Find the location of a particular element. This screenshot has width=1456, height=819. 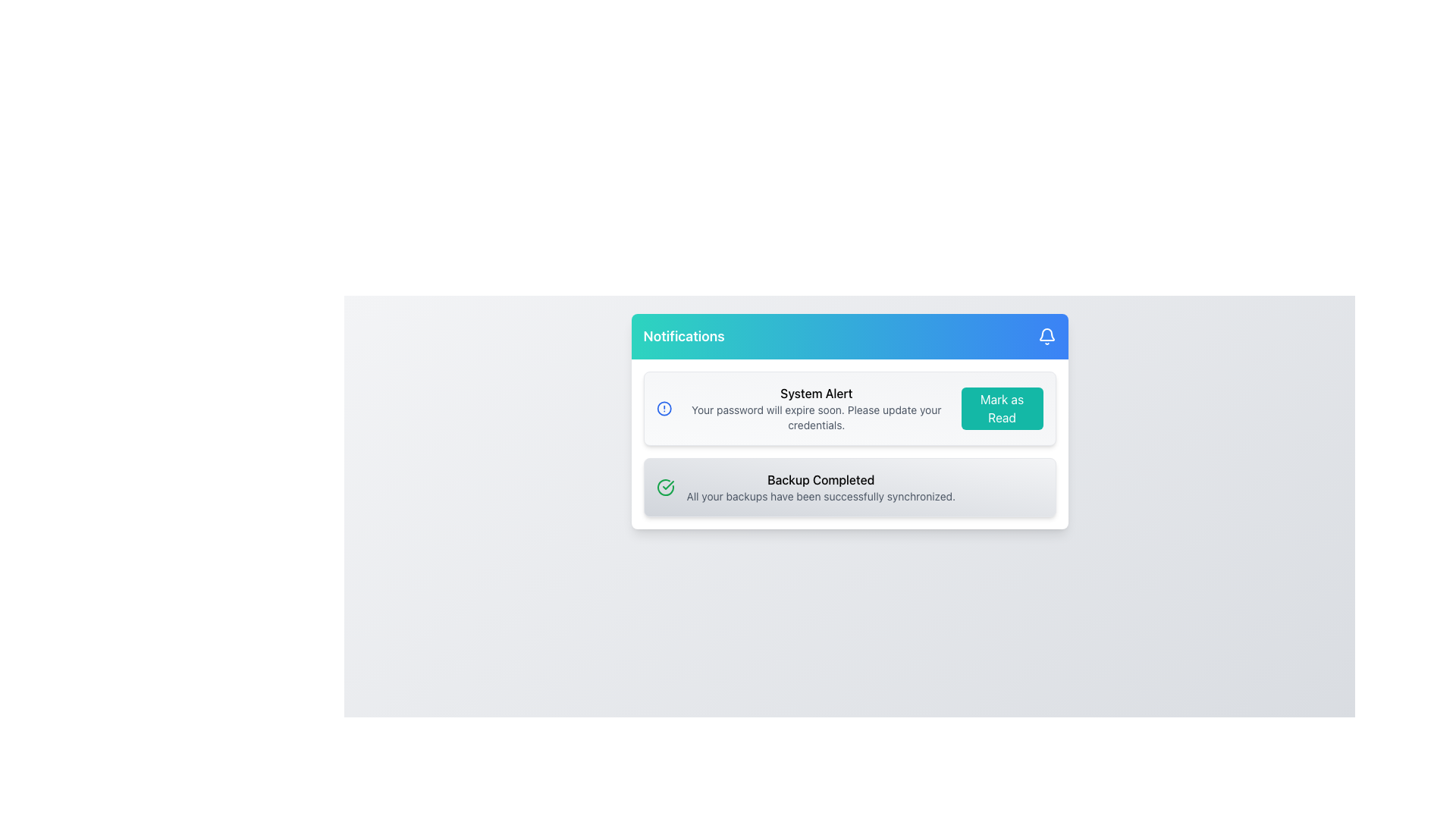

the text element conveying the password expiration message, which is located within the notification card below the 'System Alert' title is located at coordinates (815, 418).